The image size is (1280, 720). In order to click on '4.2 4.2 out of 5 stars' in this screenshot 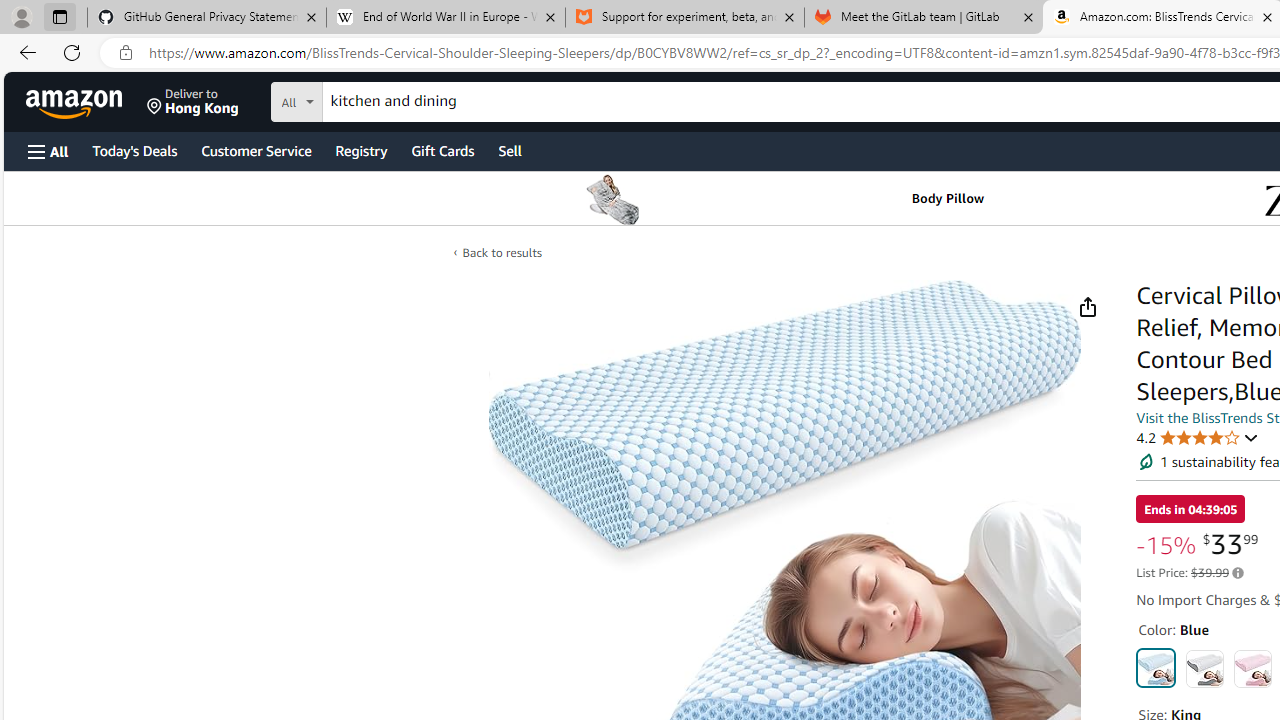, I will do `click(1198, 436)`.